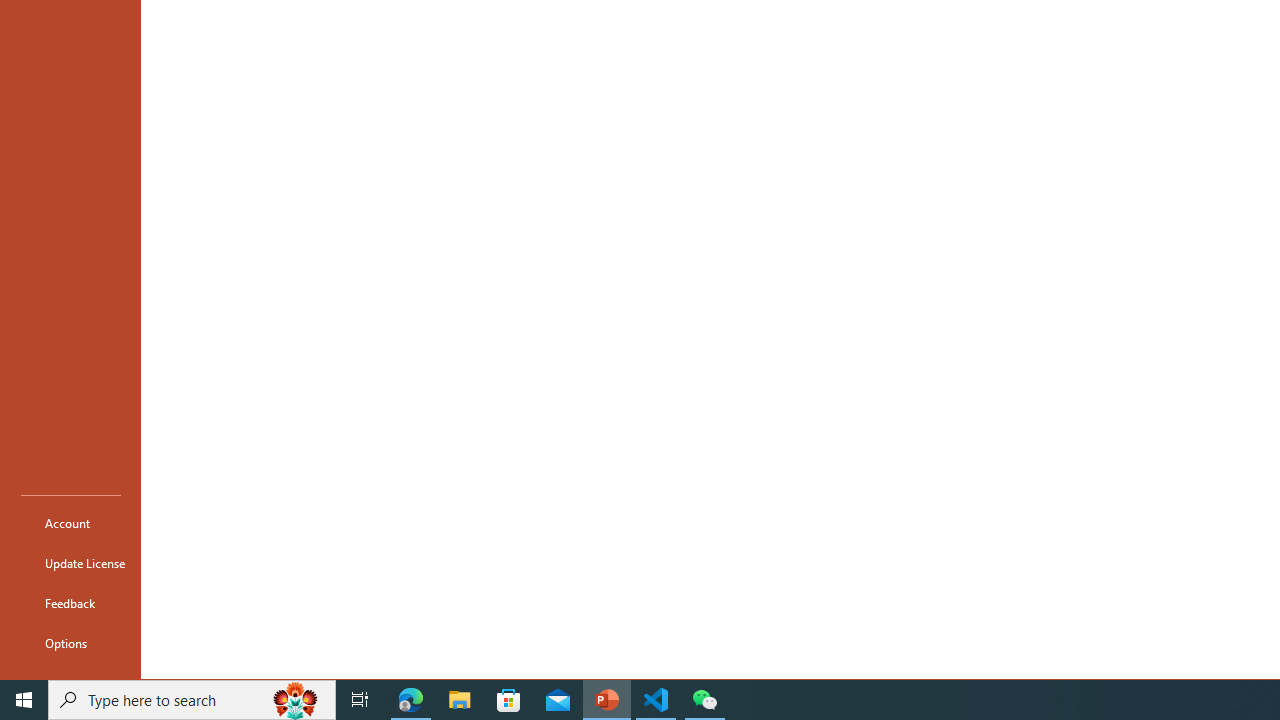 The image size is (1280, 720). Describe the element at coordinates (71, 602) in the screenshot. I see `'Feedback'` at that location.